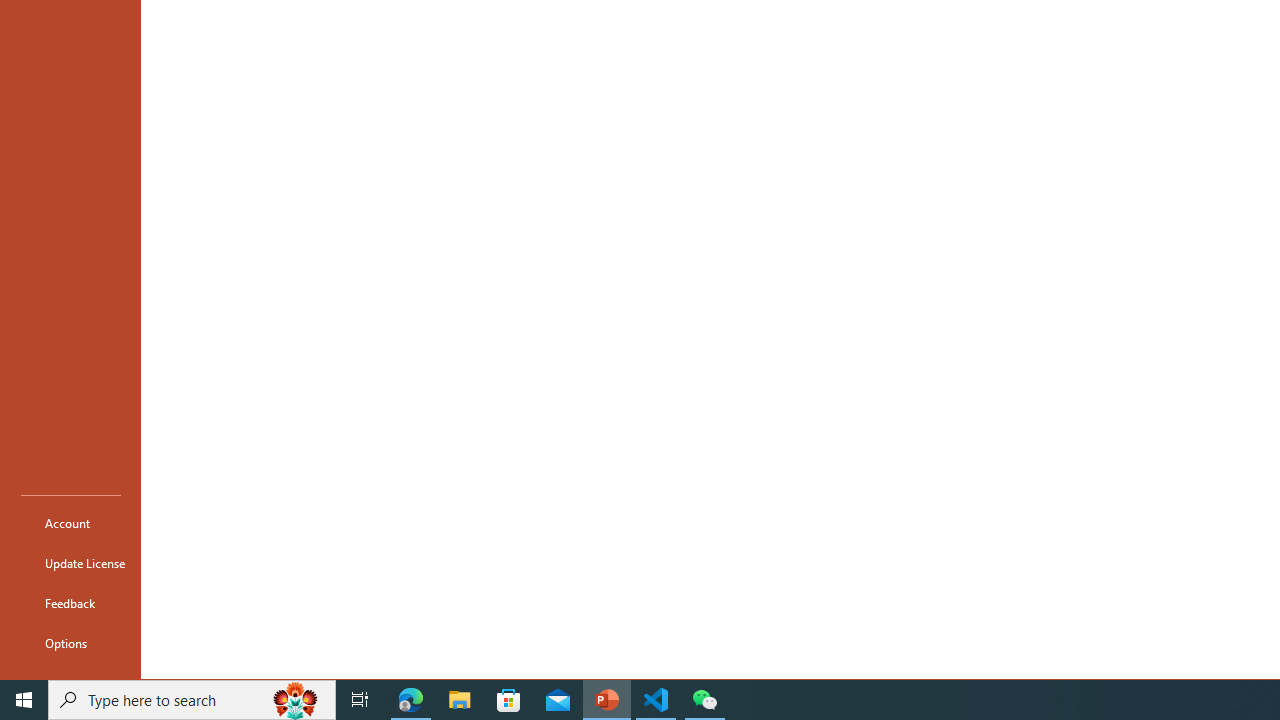 The image size is (1280, 720). Describe the element at coordinates (71, 602) in the screenshot. I see `'Feedback'` at that location.